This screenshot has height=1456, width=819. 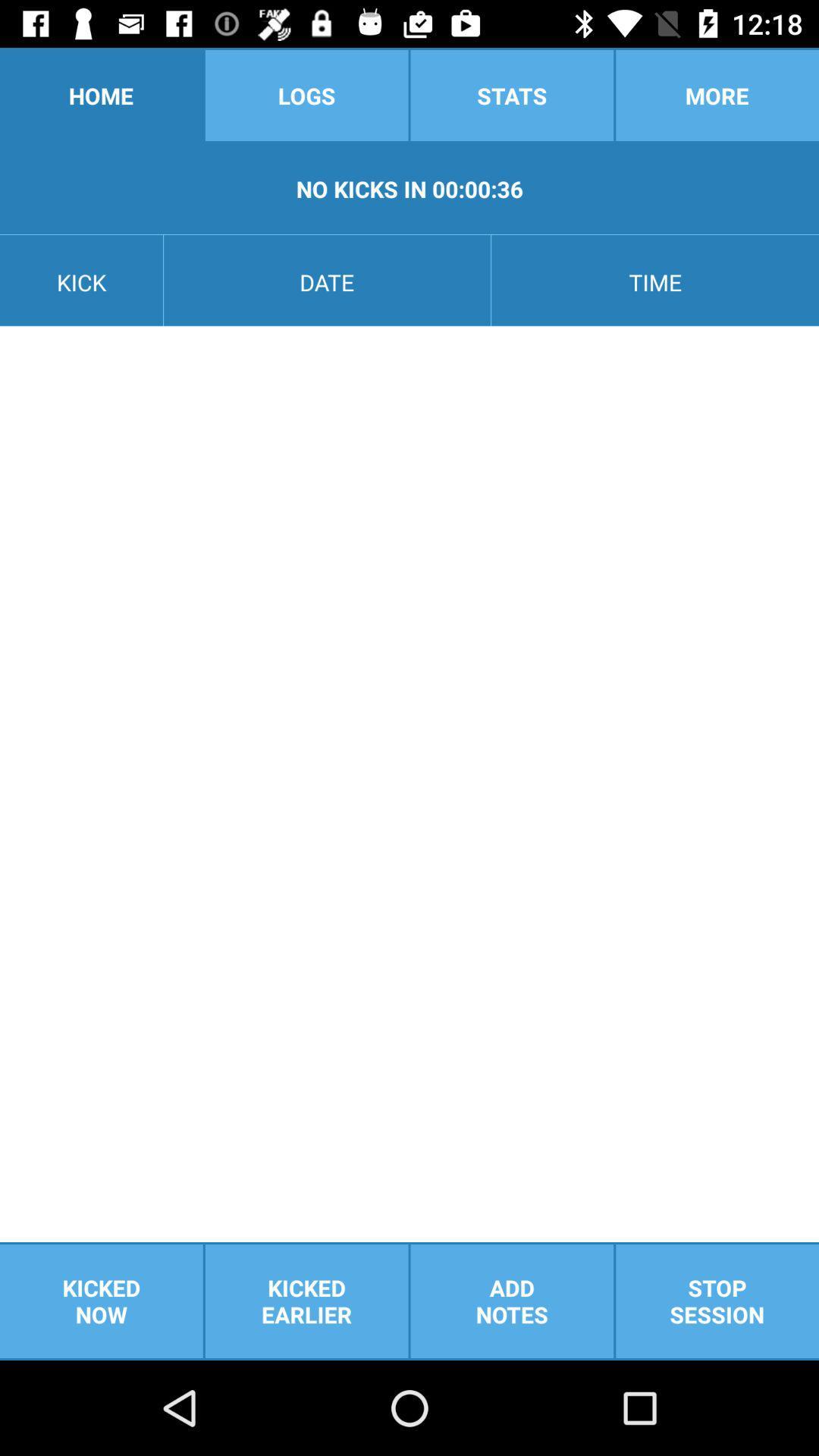 What do you see at coordinates (101, 94) in the screenshot?
I see `the home` at bounding box center [101, 94].